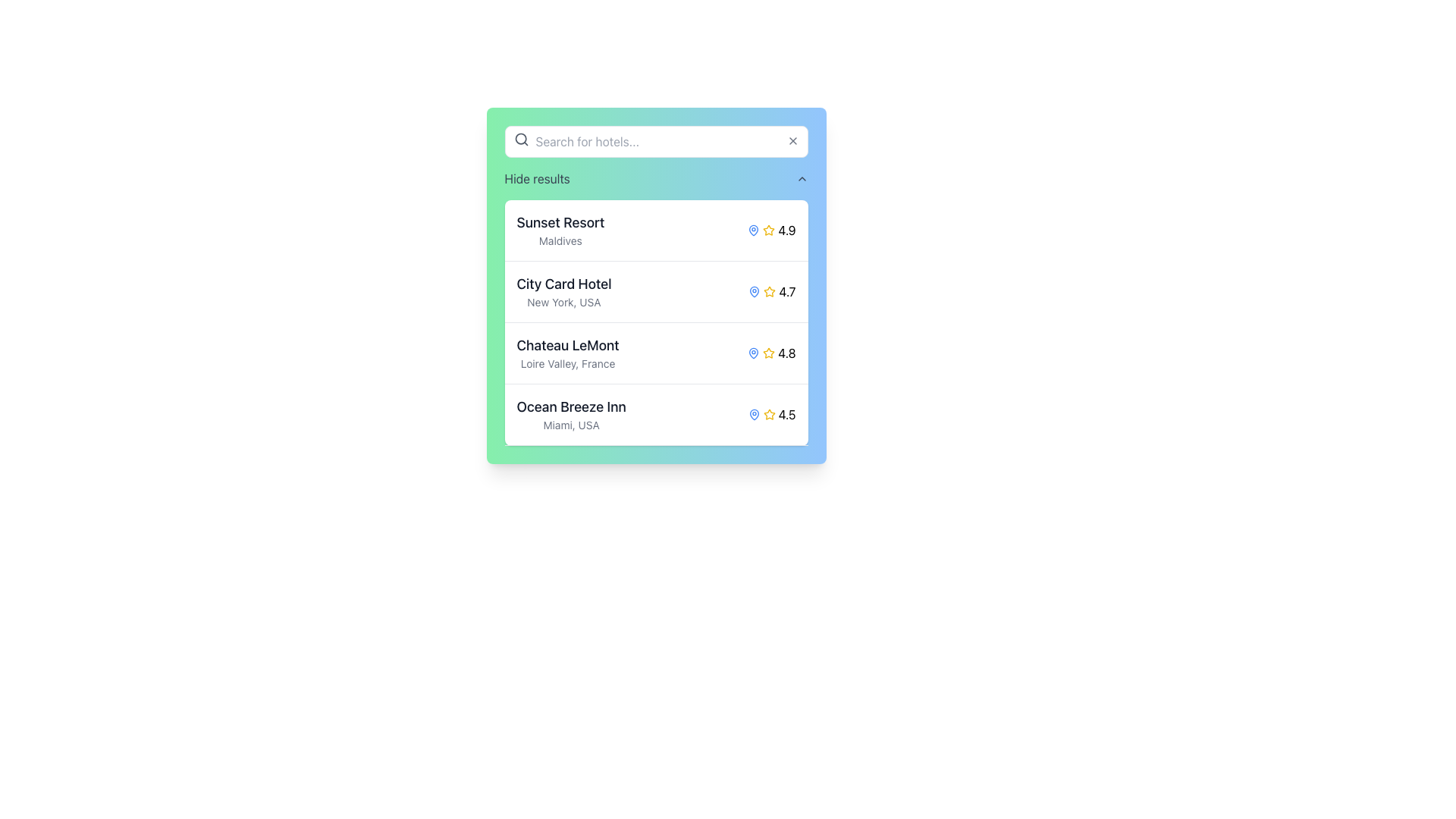 This screenshot has height=819, width=1456. What do you see at coordinates (786, 415) in the screenshot?
I see `the static text displaying the rating score '4.5' for the 'Ocean Breeze Inn' listing` at bounding box center [786, 415].